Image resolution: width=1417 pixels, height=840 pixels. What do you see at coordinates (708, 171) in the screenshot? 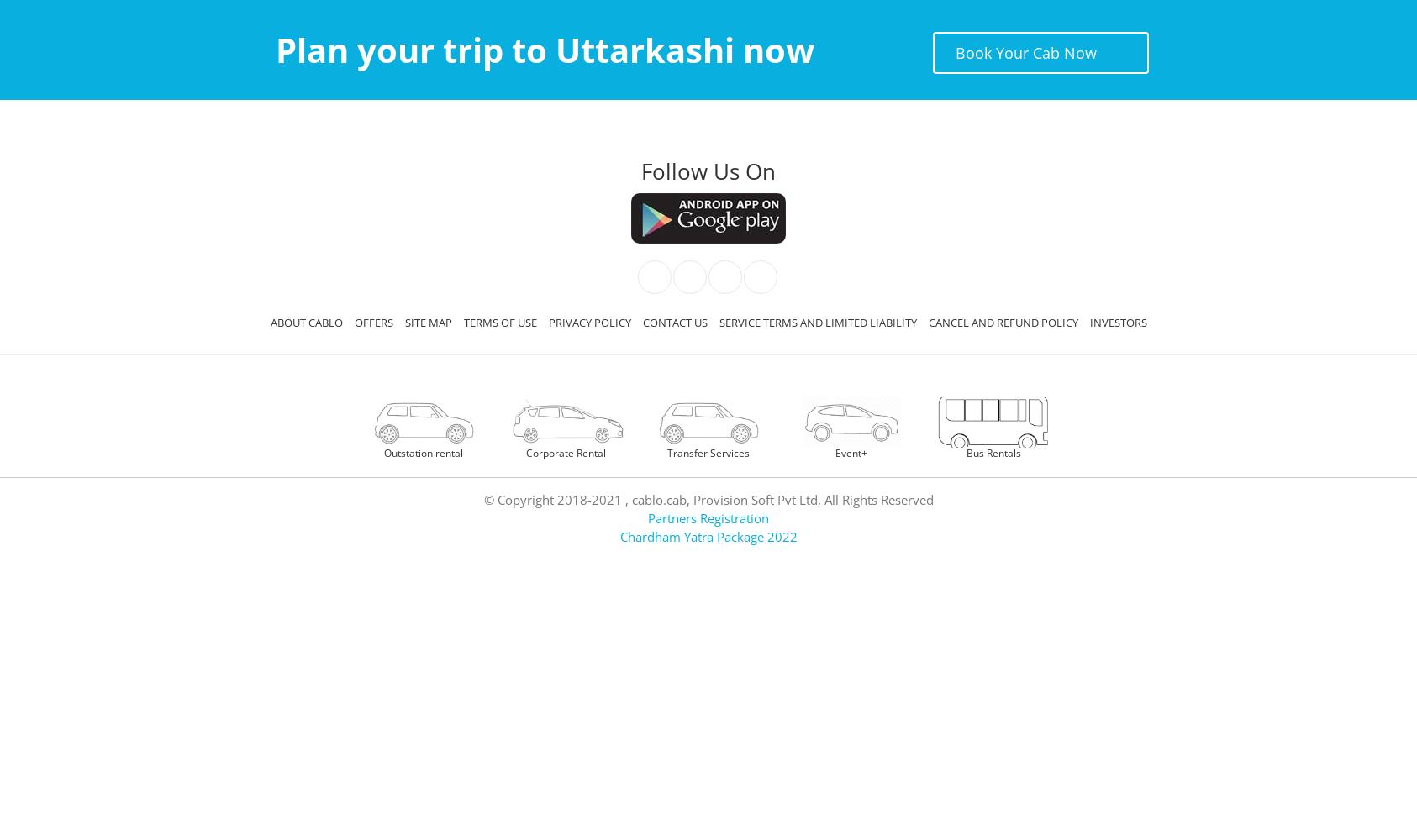
I see `'Follow Us On'` at bounding box center [708, 171].